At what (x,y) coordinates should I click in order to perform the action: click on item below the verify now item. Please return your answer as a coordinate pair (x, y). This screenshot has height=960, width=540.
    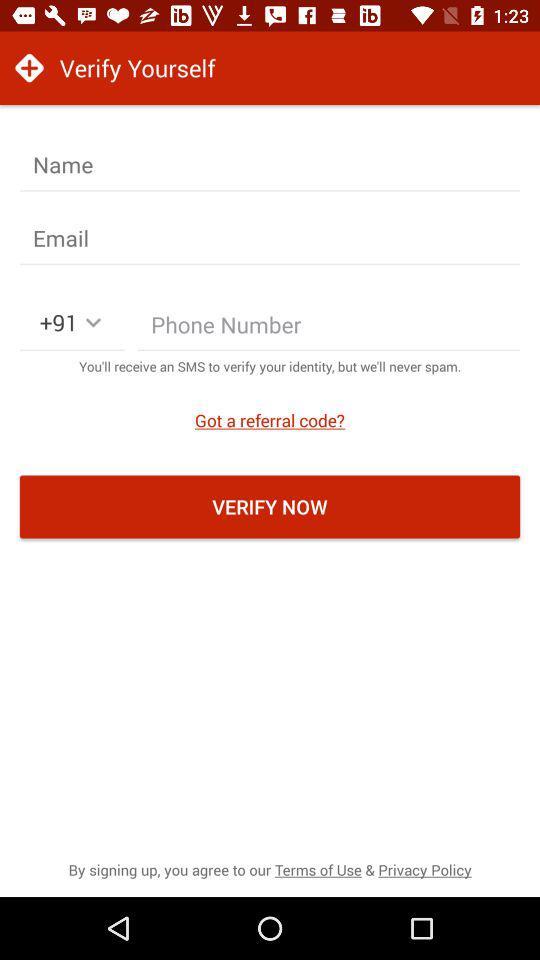
    Looking at the image, I should click on (270, 868).